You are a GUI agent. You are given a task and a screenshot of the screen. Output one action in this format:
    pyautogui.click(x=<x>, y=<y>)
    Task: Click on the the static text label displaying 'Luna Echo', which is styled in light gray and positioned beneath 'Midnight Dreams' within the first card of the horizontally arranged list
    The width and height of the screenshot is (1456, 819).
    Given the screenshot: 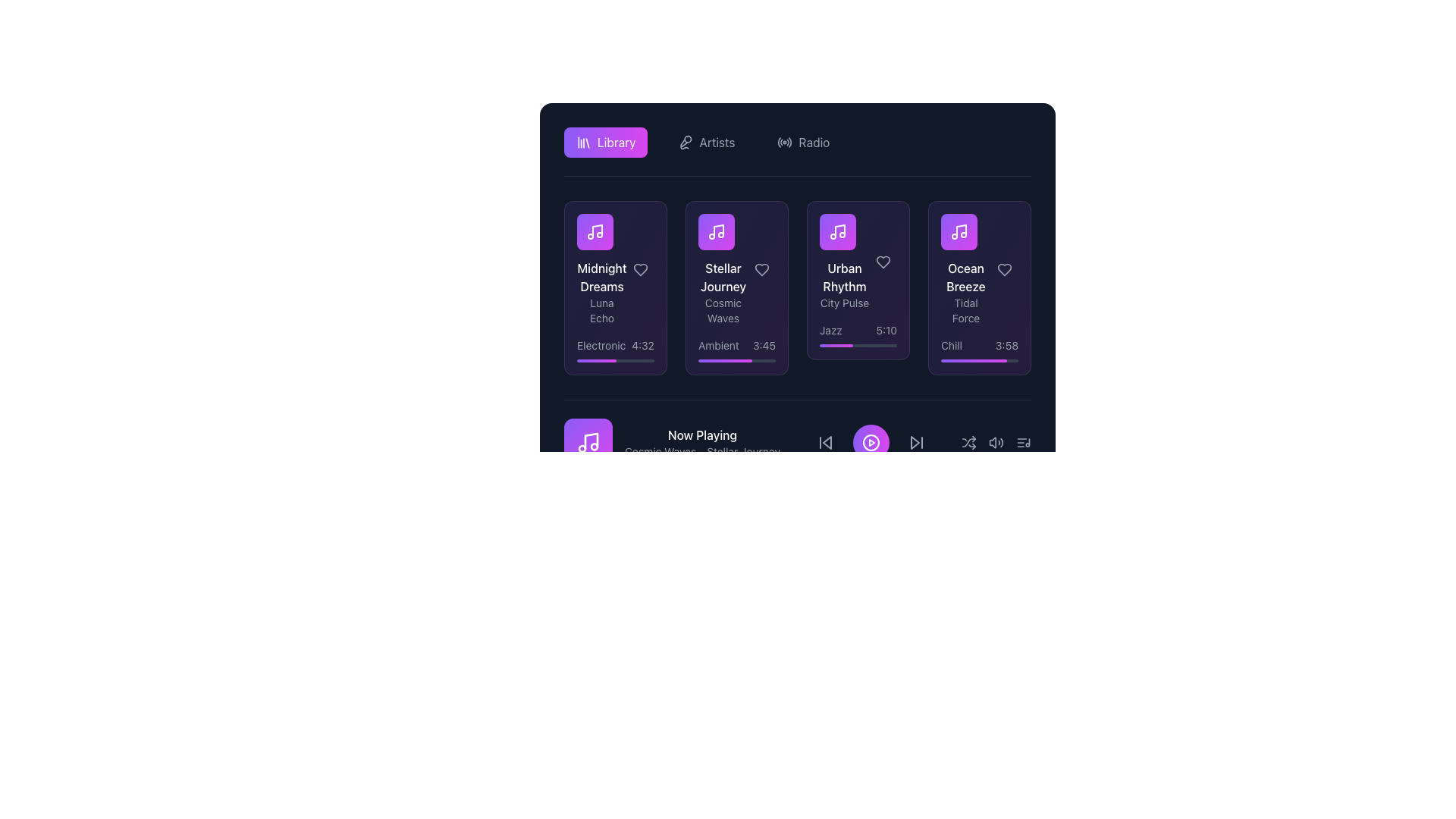 What is the action you would take?
    pyautogui.click(x=601, y=309)
    